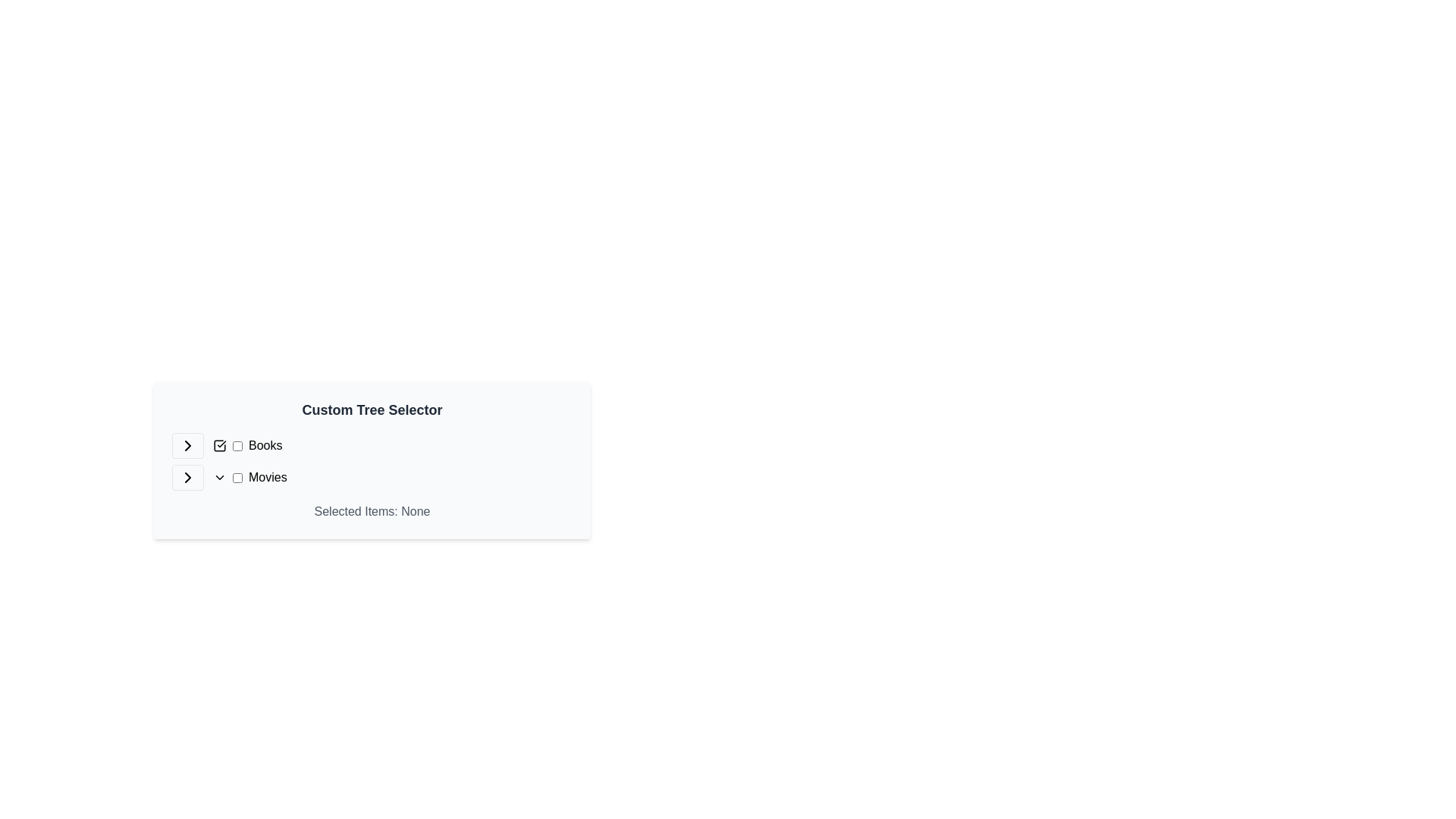 This screenshot has width=1456, height=819. I want to click on the expandable list item named 'Books' within the 'Custom Tree Selector' component, so click(372, 444).